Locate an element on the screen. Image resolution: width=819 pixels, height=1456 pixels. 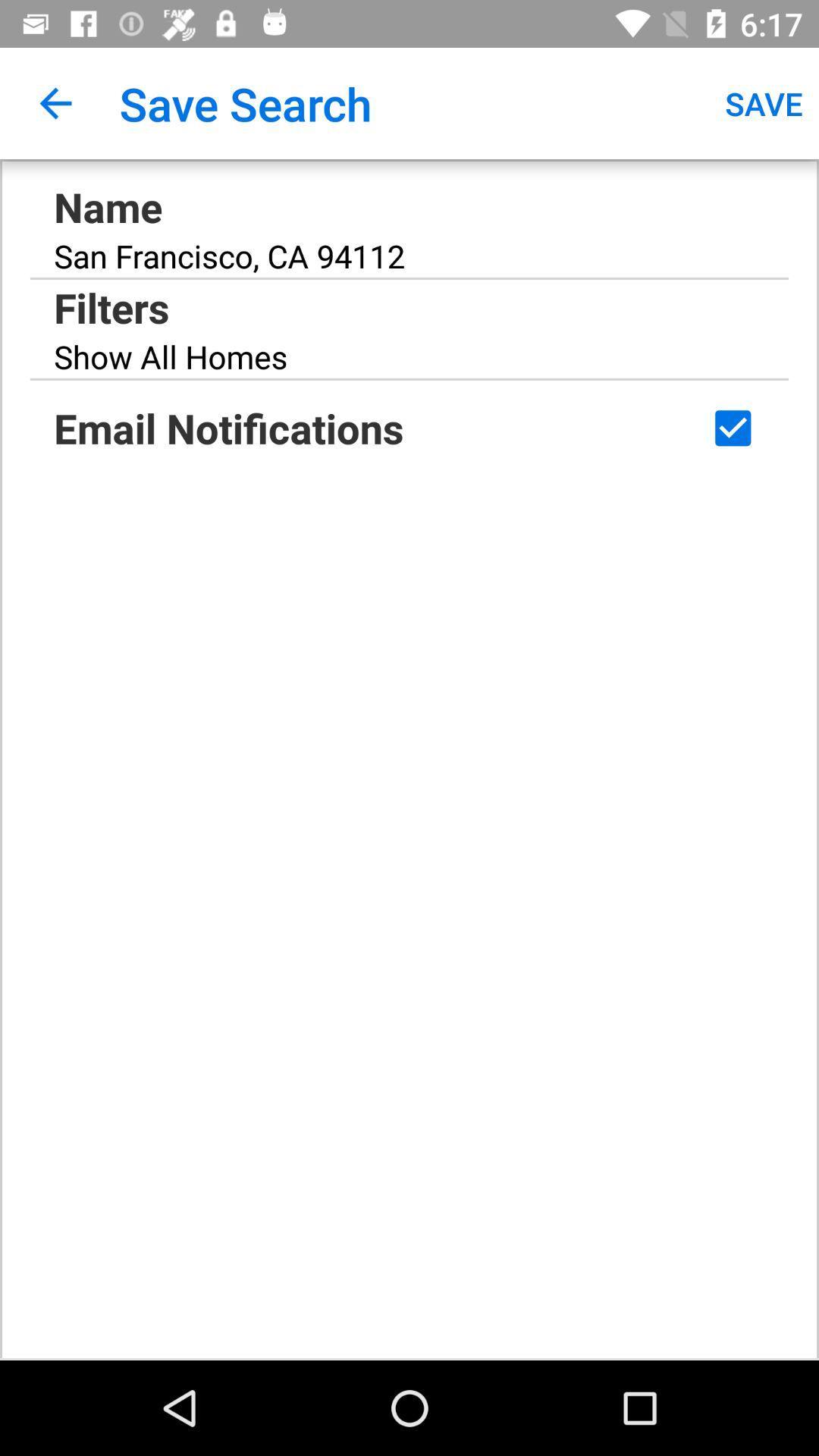
the app is located at coordinates (732, 427).